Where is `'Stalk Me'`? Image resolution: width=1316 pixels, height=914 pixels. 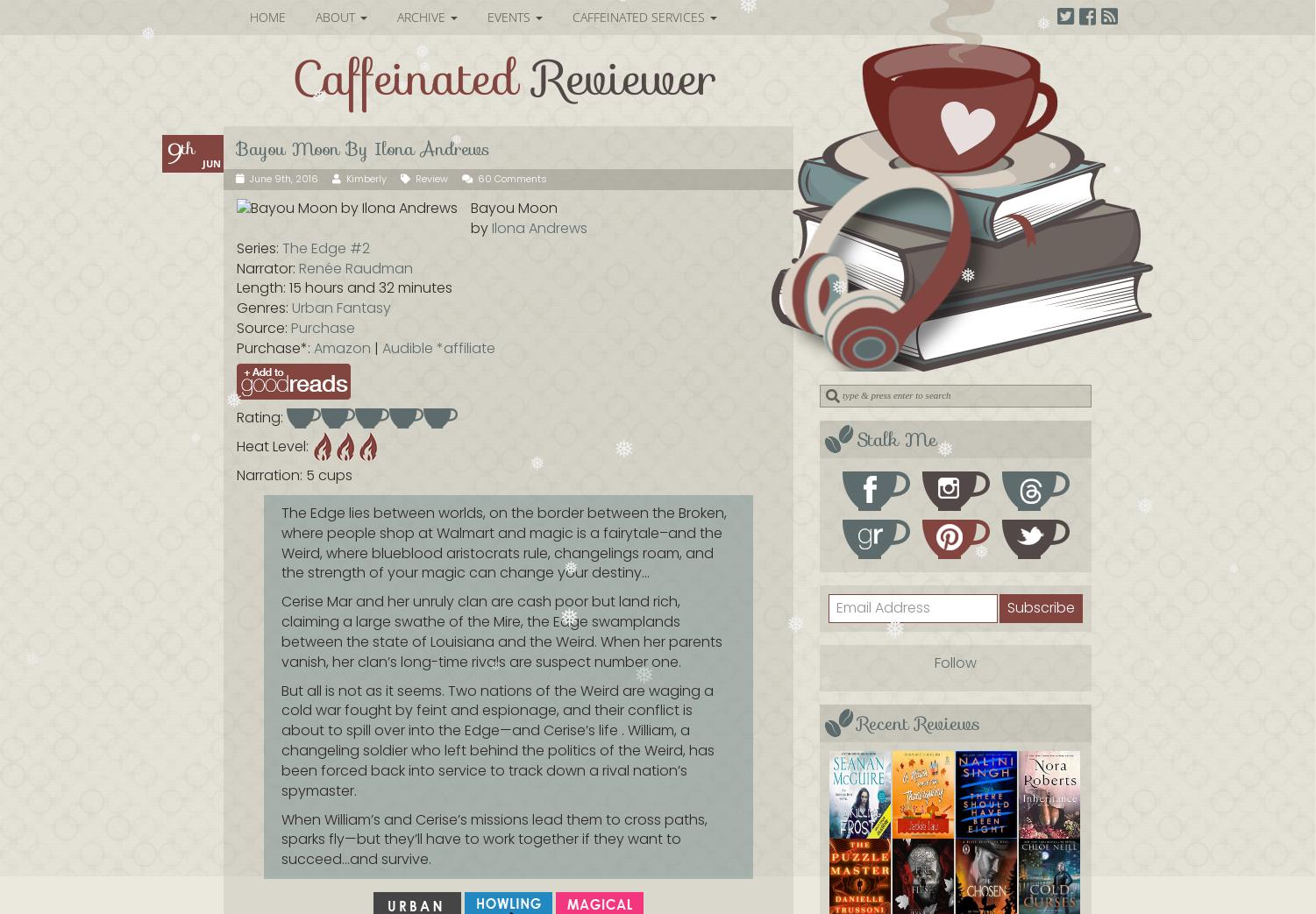 'Stalk Me' is located at coordinates (897, 438).